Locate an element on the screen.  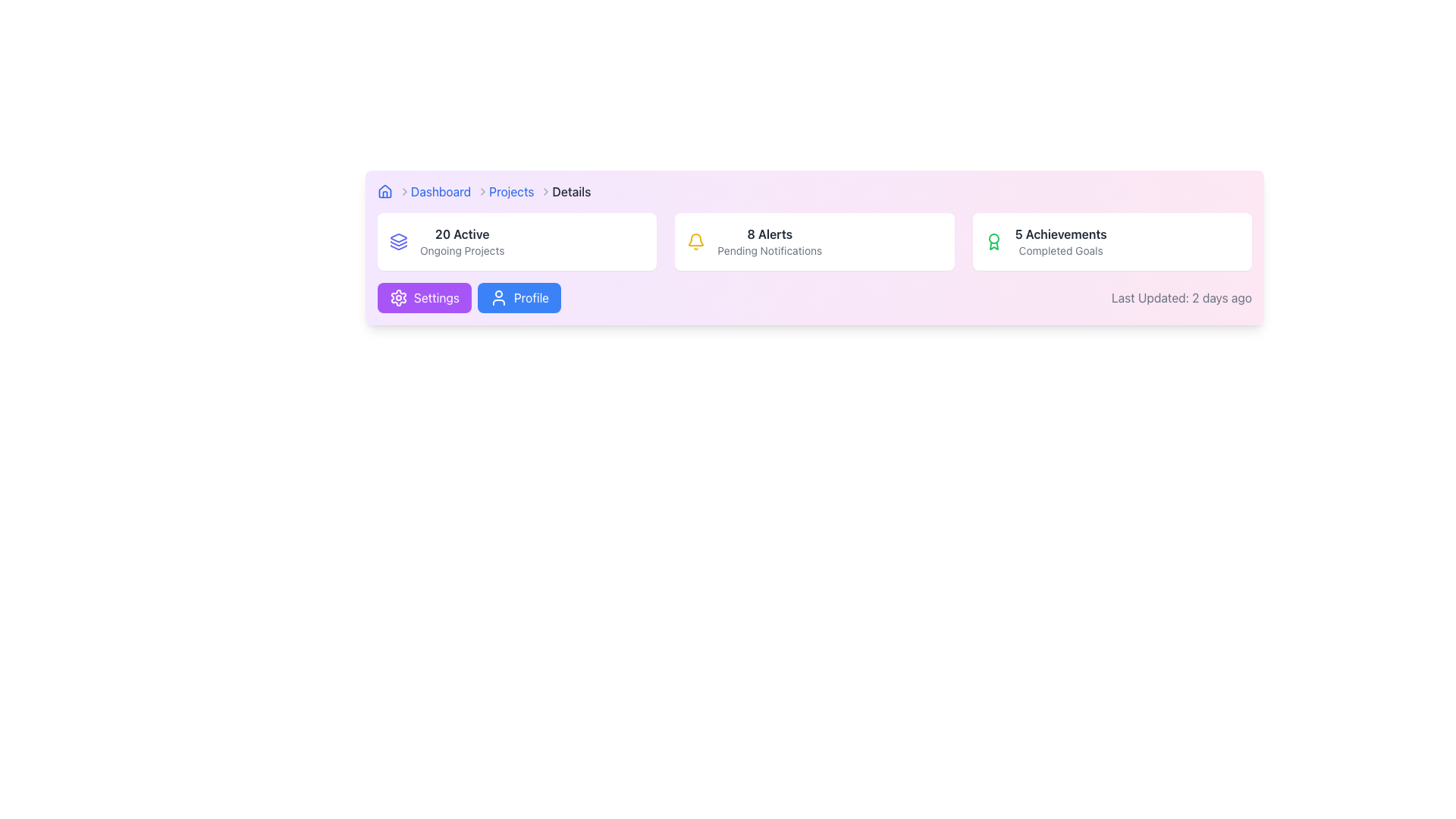
the right-facing chevron icon in the breadcrumb navigation bar, which is located to the immediate right of the 'Projects' text link is located at coordinates (546, 191).